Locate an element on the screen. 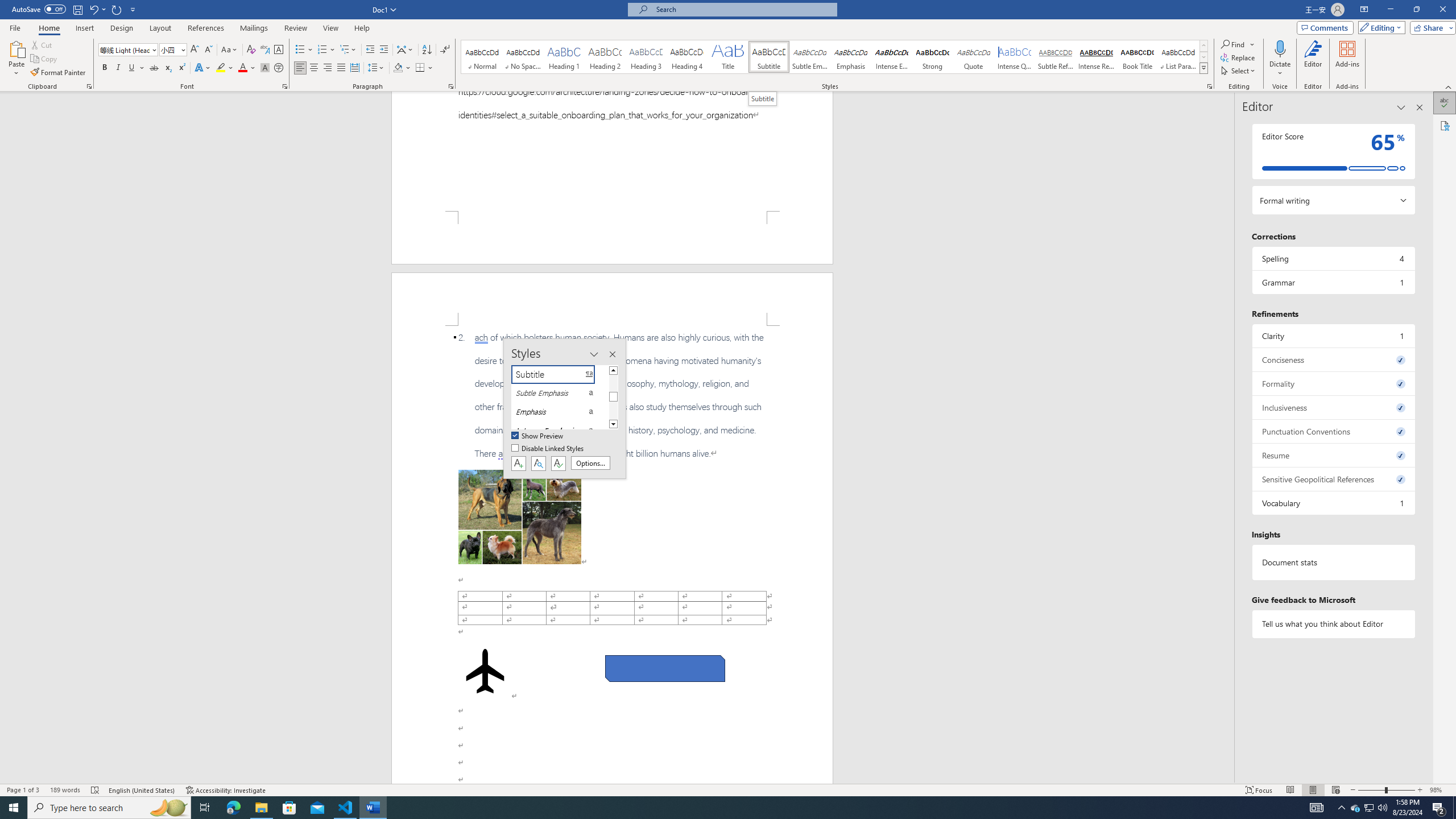 This screenshot has height=819, width=1456. 'Class: NetUIImage' is located at coordinates (1203, 68).